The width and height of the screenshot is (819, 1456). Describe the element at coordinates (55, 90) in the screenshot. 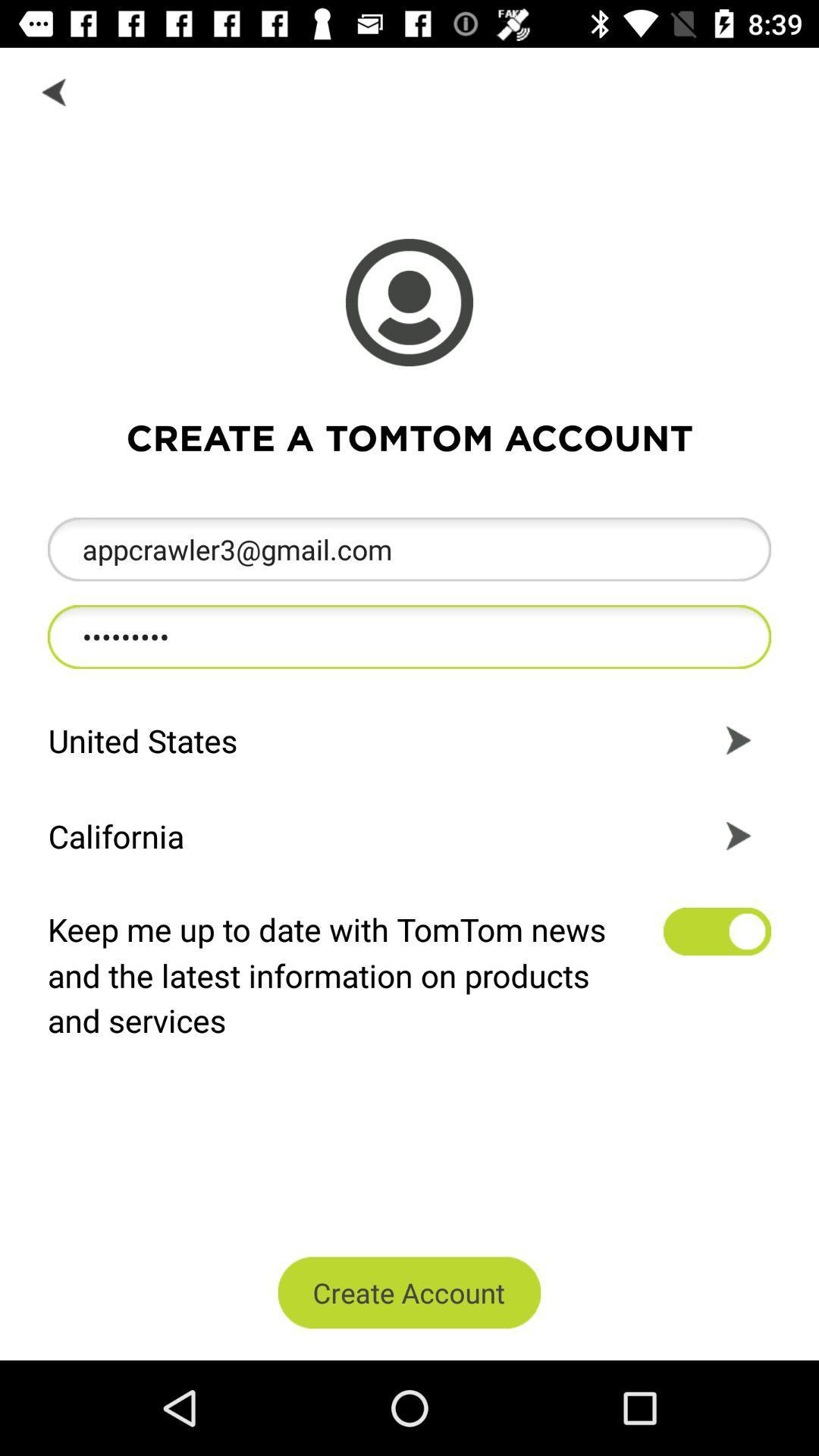

I see `the backword option` at that location.